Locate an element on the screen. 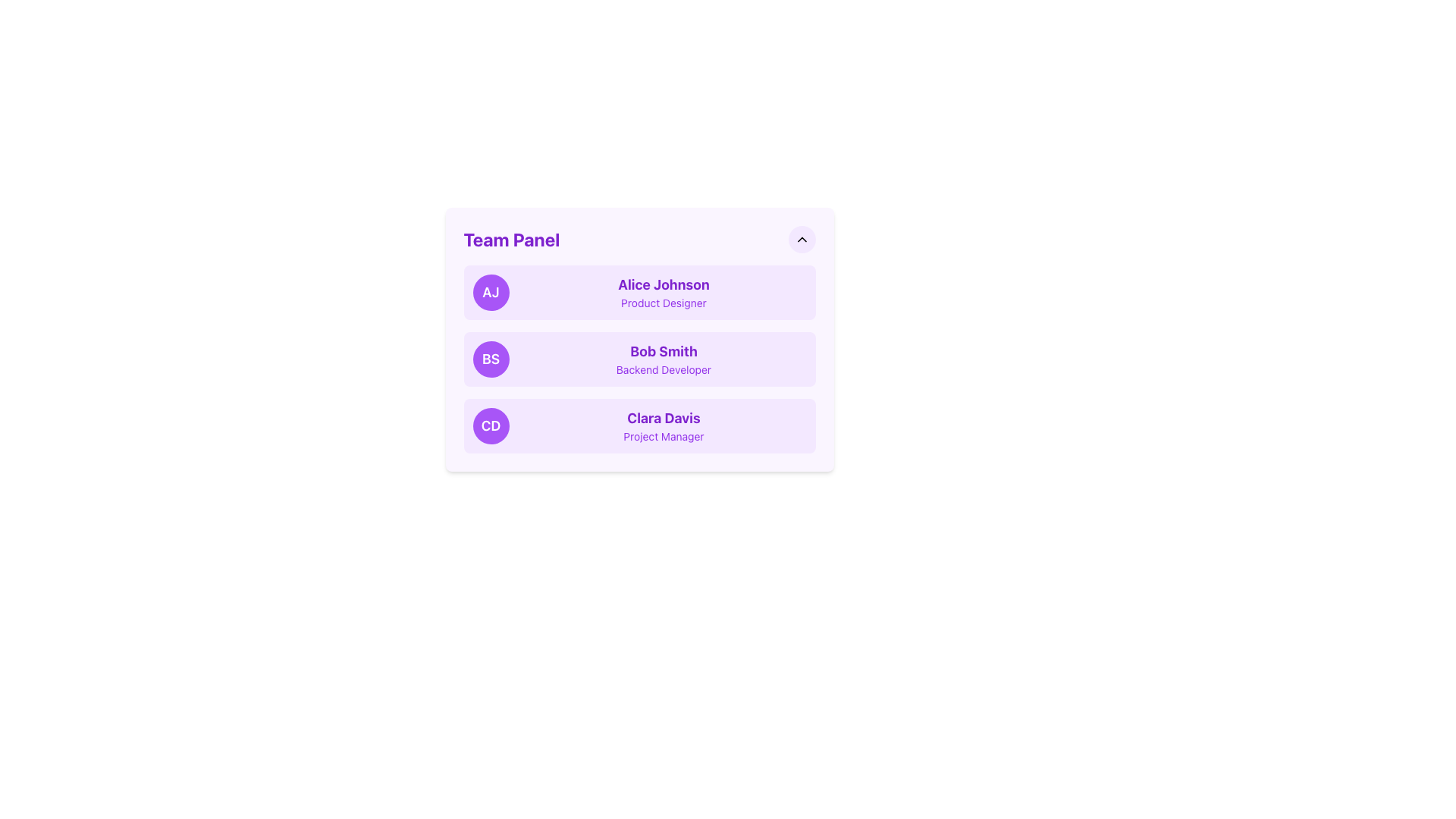  the text label displaying 'Backend Developer', which is positioned below 'Bob Smith' and styled in purple color is located at coordinates (664, 370).